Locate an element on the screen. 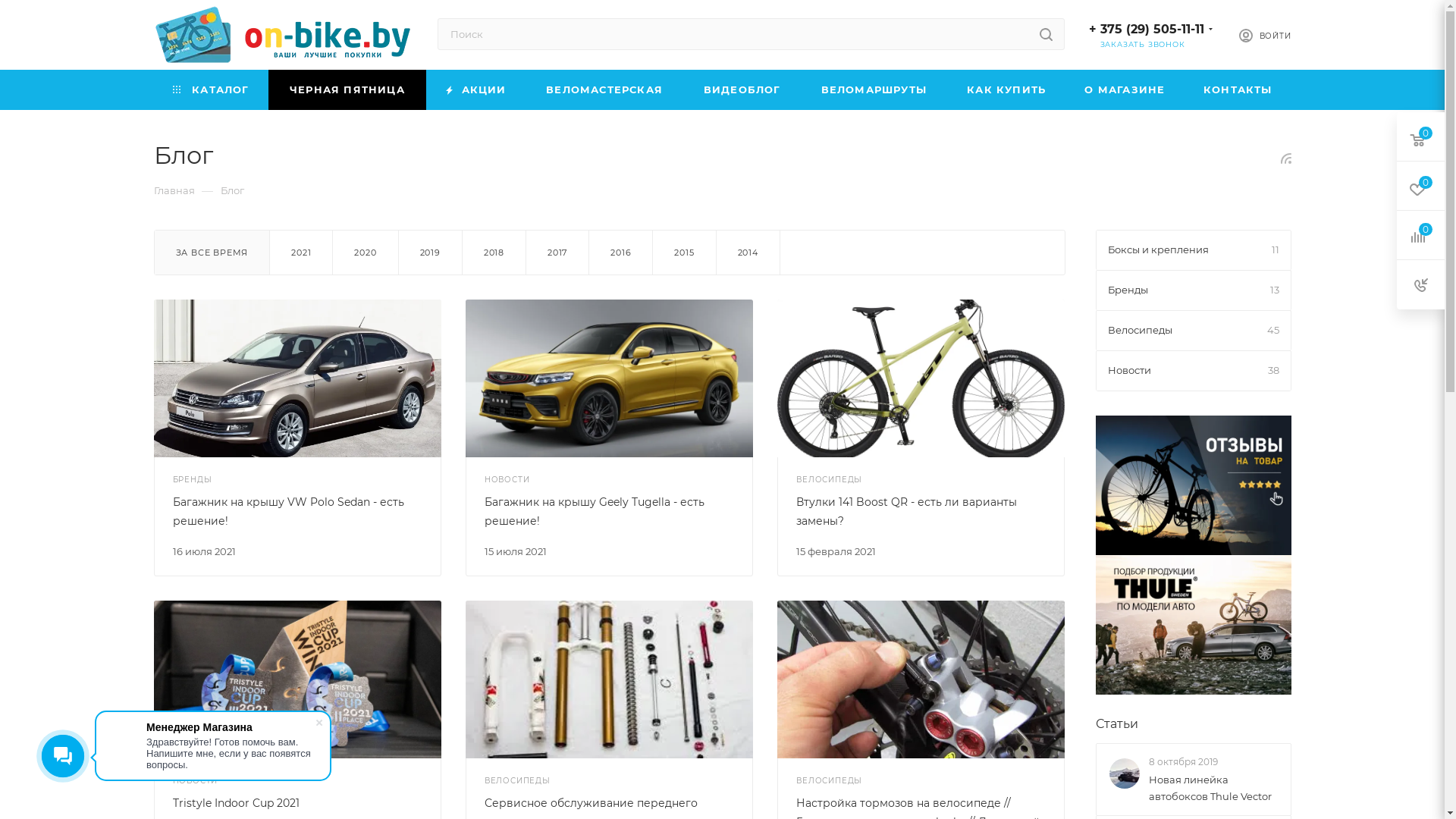 The width and height of the screenshot is (1456, 819). 'RSS' is located at coordinates (1280, 158).